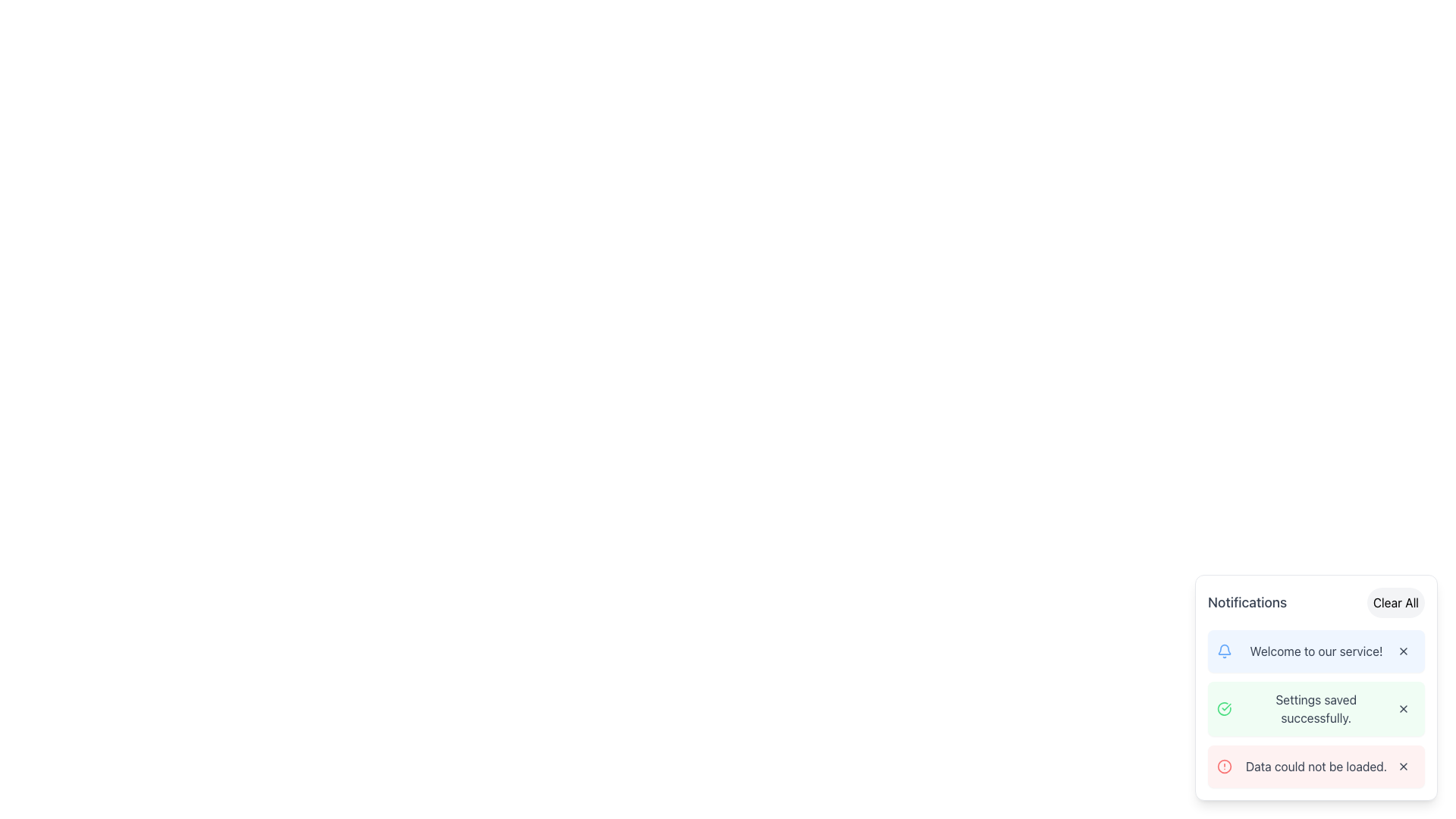 This screenshot has height=819, width=1456. Describe the element at coordinates (1403, 708) in the screenshot. I see `the circular button with a gray hover background effect` at that location.